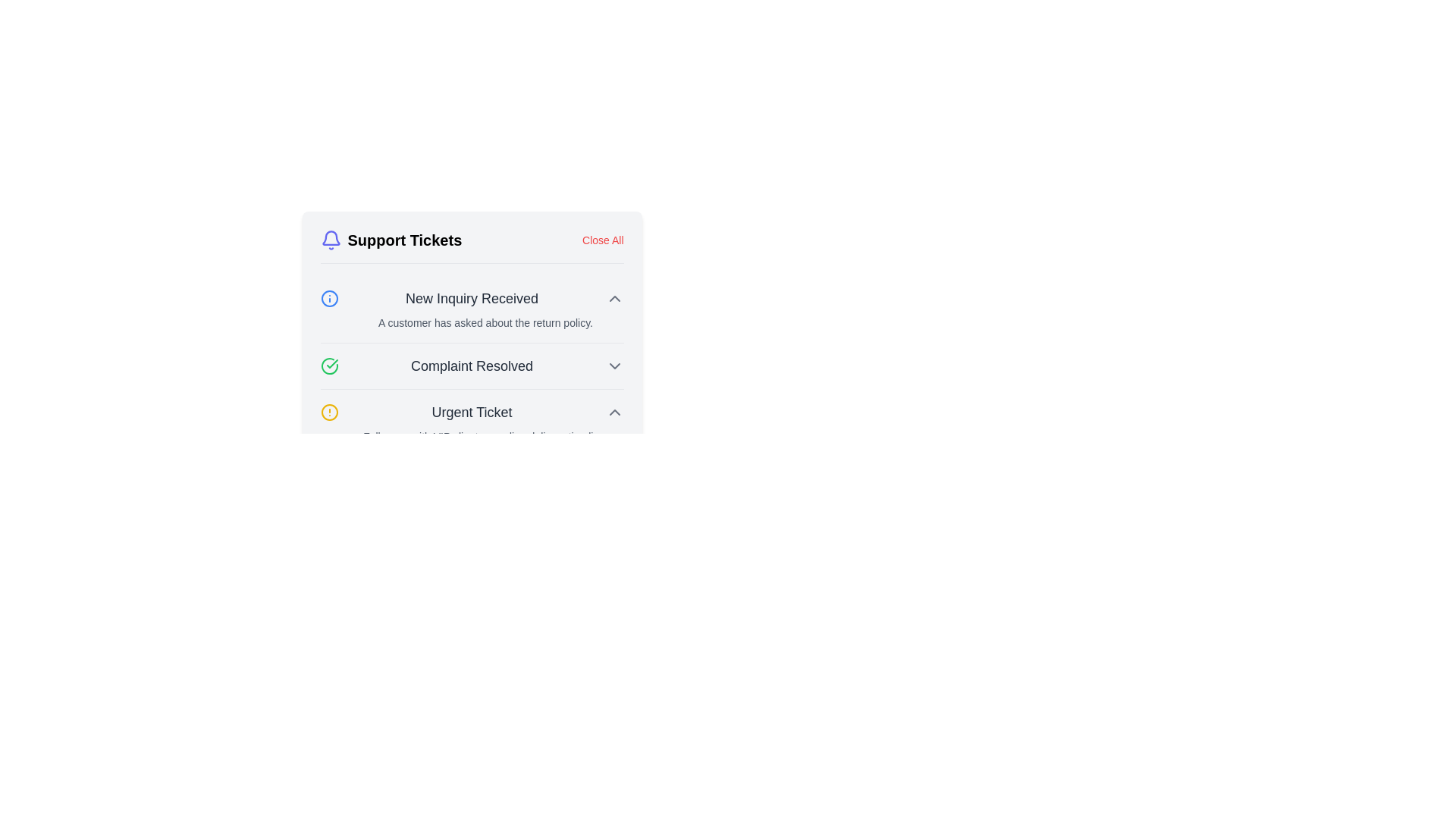 This screenshot has width=1456, height=819. Describe the element at coordinates (328, 412) in the screenshot. I see `the alert indicator icon for the 'Urgent Ticket' label, which is located to the left of the 'Urgent Ticket' title in a horizontal layout` at that location.